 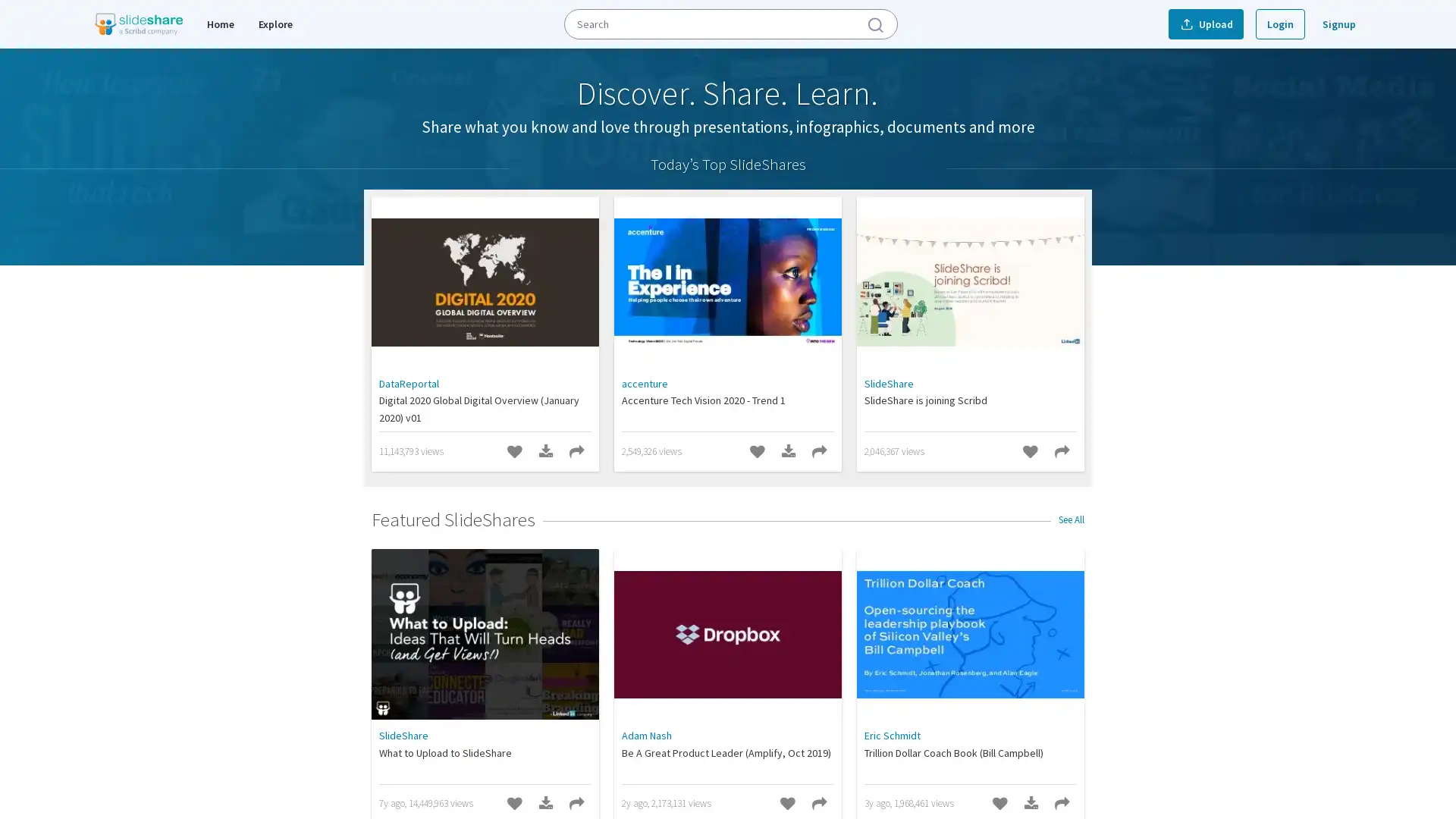 I want to click on Like Digital 2020 Global Digital Overview (January 2020) v01 SlideShare., so click(x=516, y=450).